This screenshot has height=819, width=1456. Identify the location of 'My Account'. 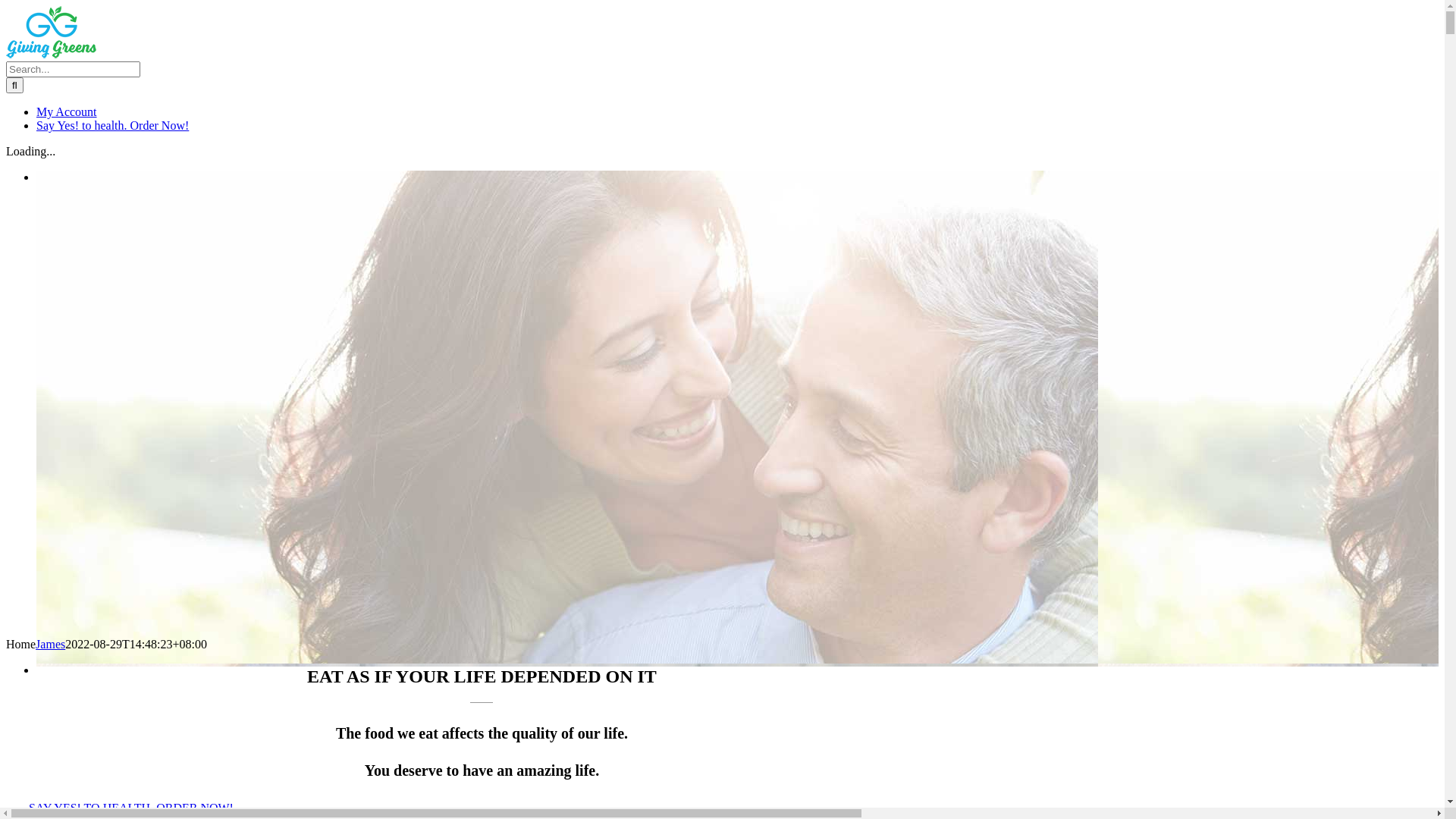
(65, 111).